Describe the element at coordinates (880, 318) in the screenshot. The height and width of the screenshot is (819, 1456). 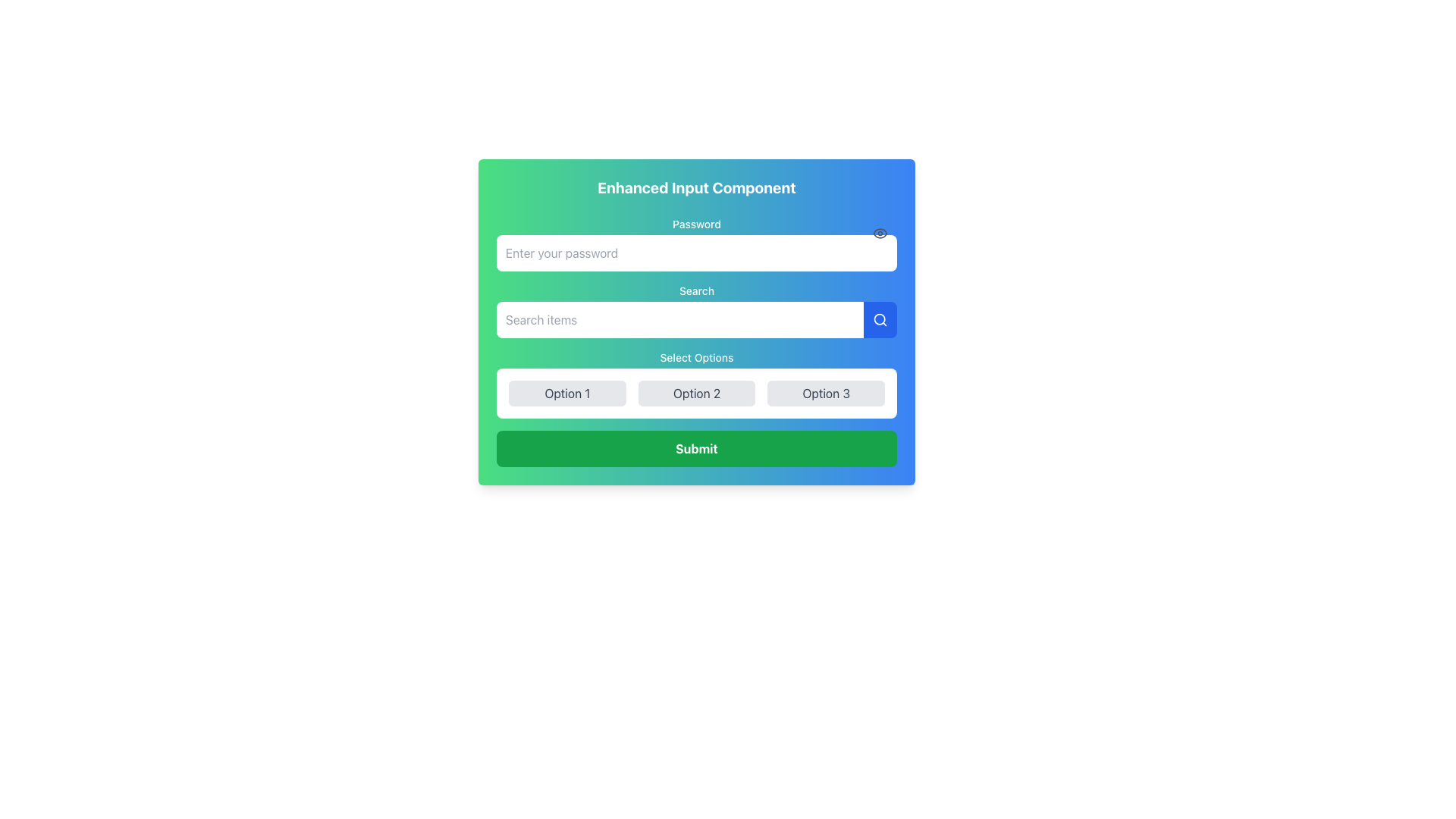
I see `the blue icon button with a magnifying glass icon to initiate the search action` at that location.